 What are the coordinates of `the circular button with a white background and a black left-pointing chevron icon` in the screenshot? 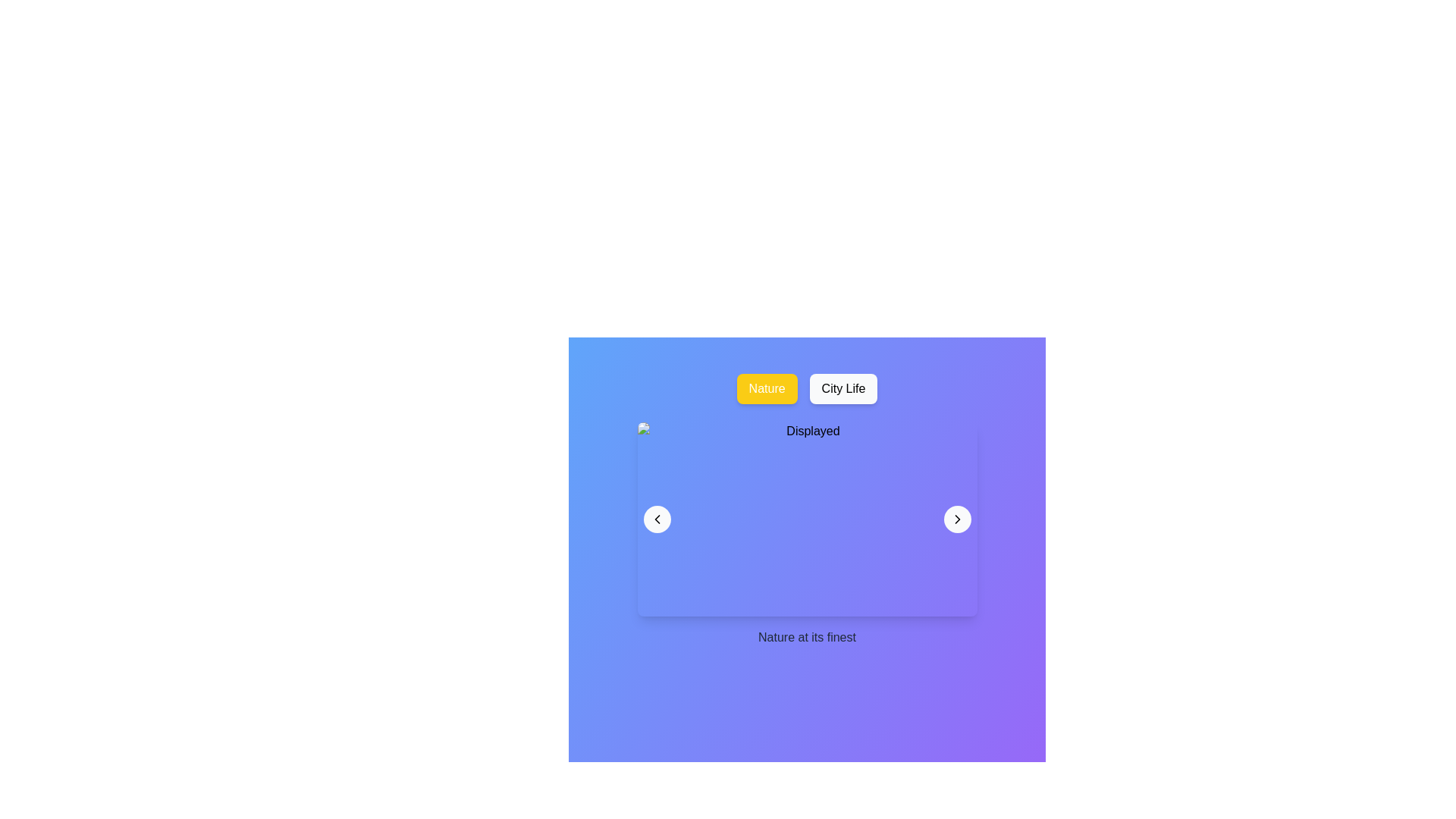 It's located at (657, 519).